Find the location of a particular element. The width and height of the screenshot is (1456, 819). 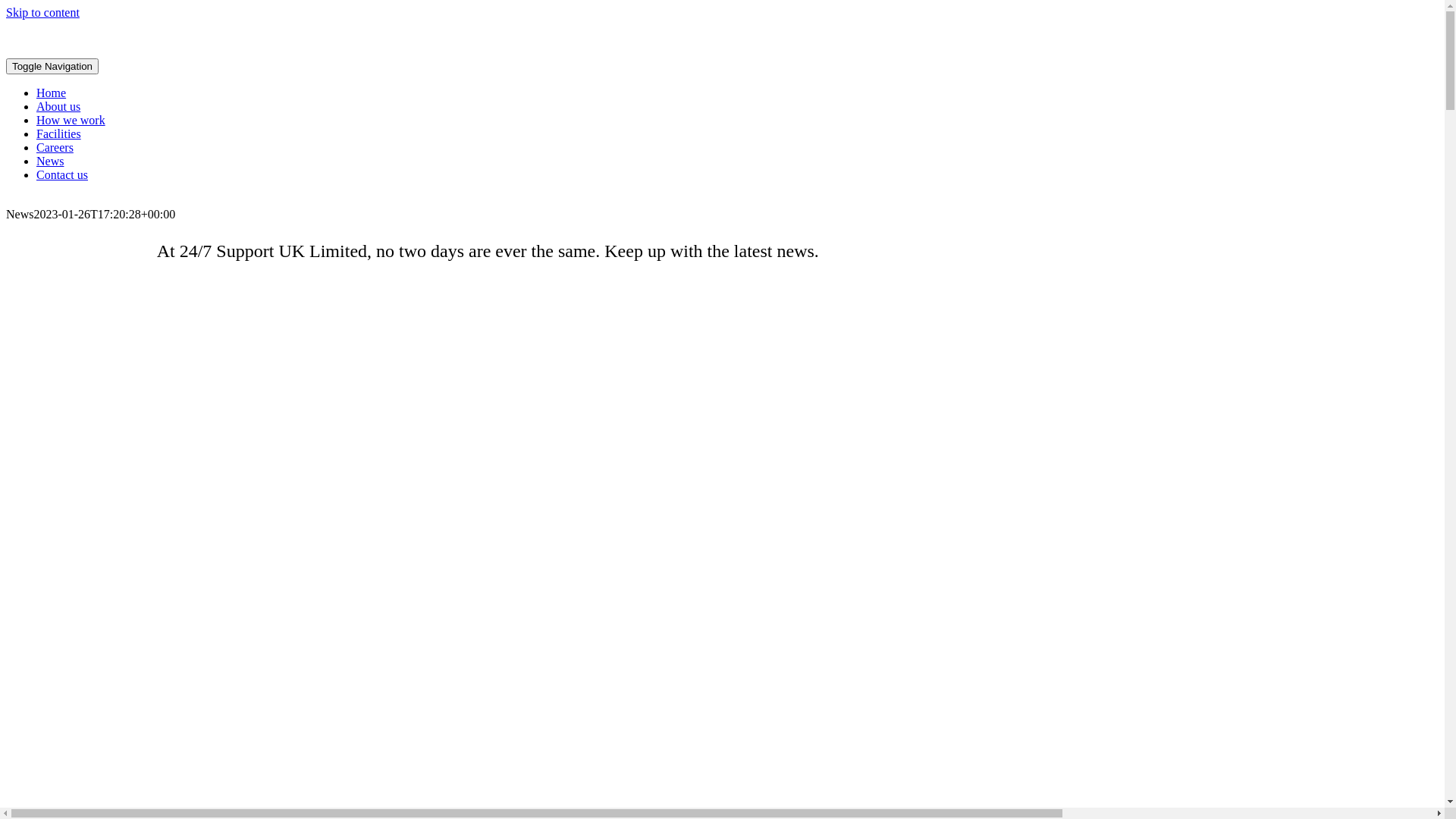

'About us' is located at coordinates (58, 105).